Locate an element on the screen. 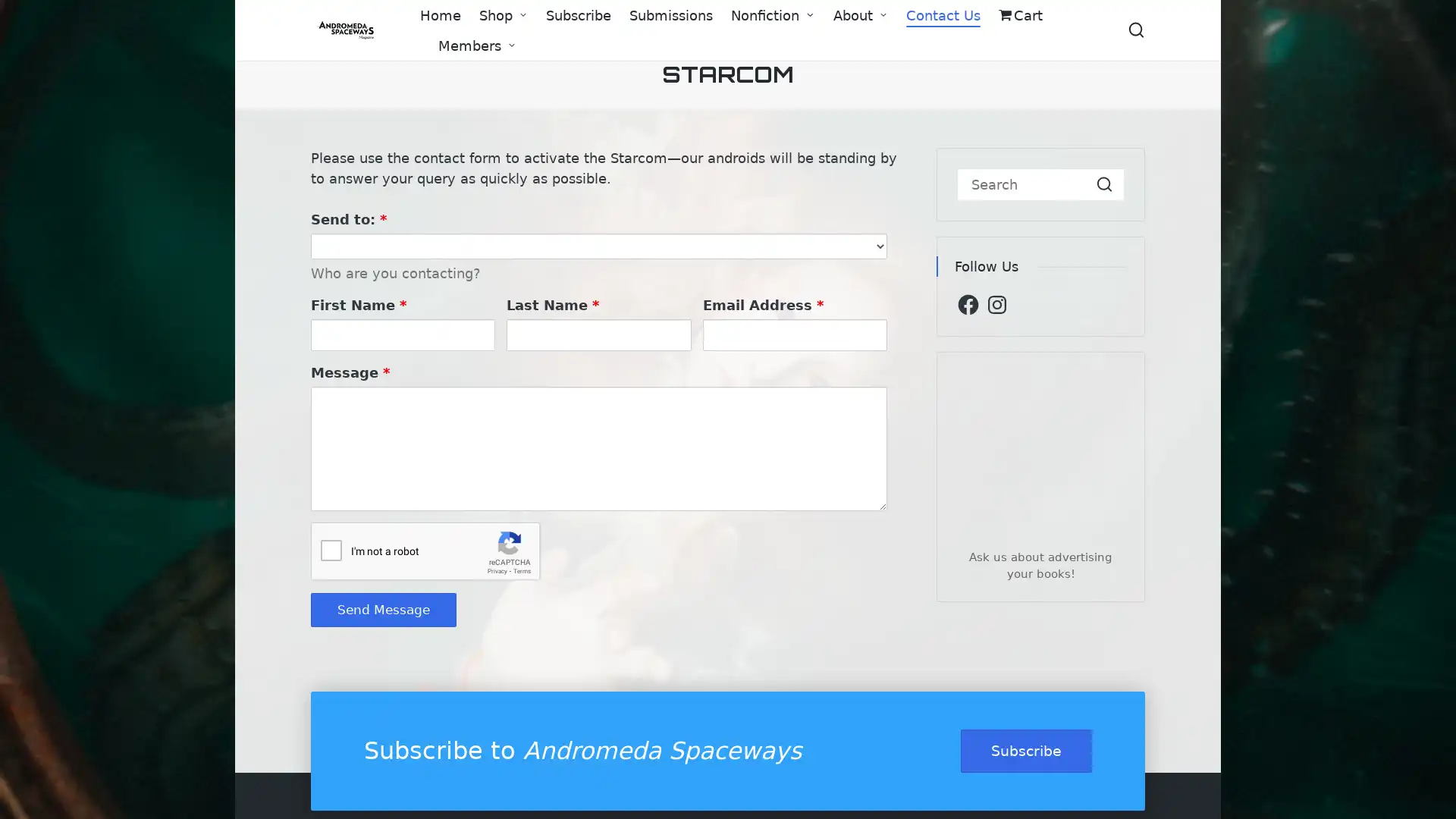 The width and height of the screenshot is (1456, 819). Send Message is located at coordinates (383, 608).